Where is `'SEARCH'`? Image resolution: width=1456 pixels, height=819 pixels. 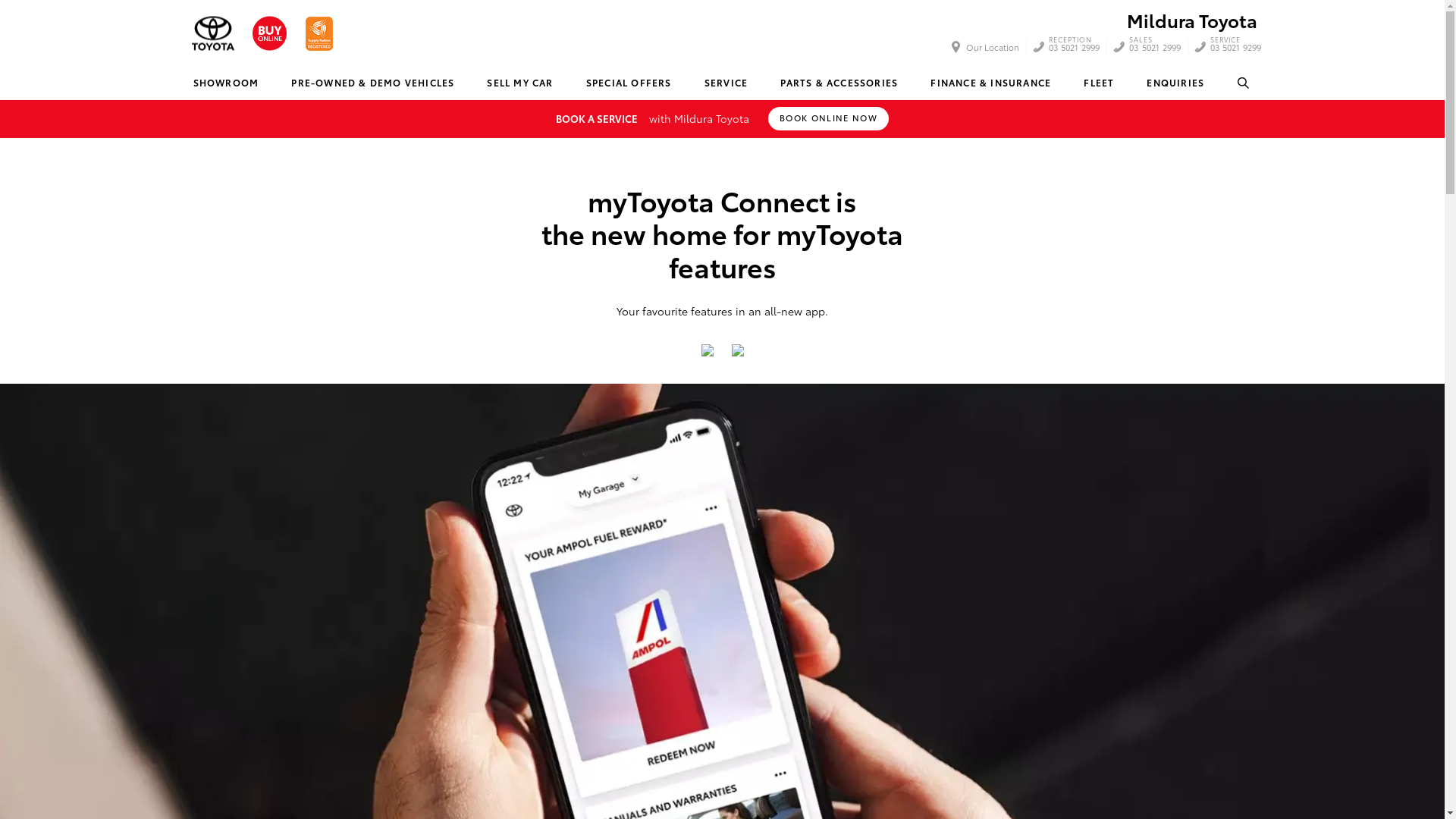
'SEARCH' is located at coordinates (1244, 83).